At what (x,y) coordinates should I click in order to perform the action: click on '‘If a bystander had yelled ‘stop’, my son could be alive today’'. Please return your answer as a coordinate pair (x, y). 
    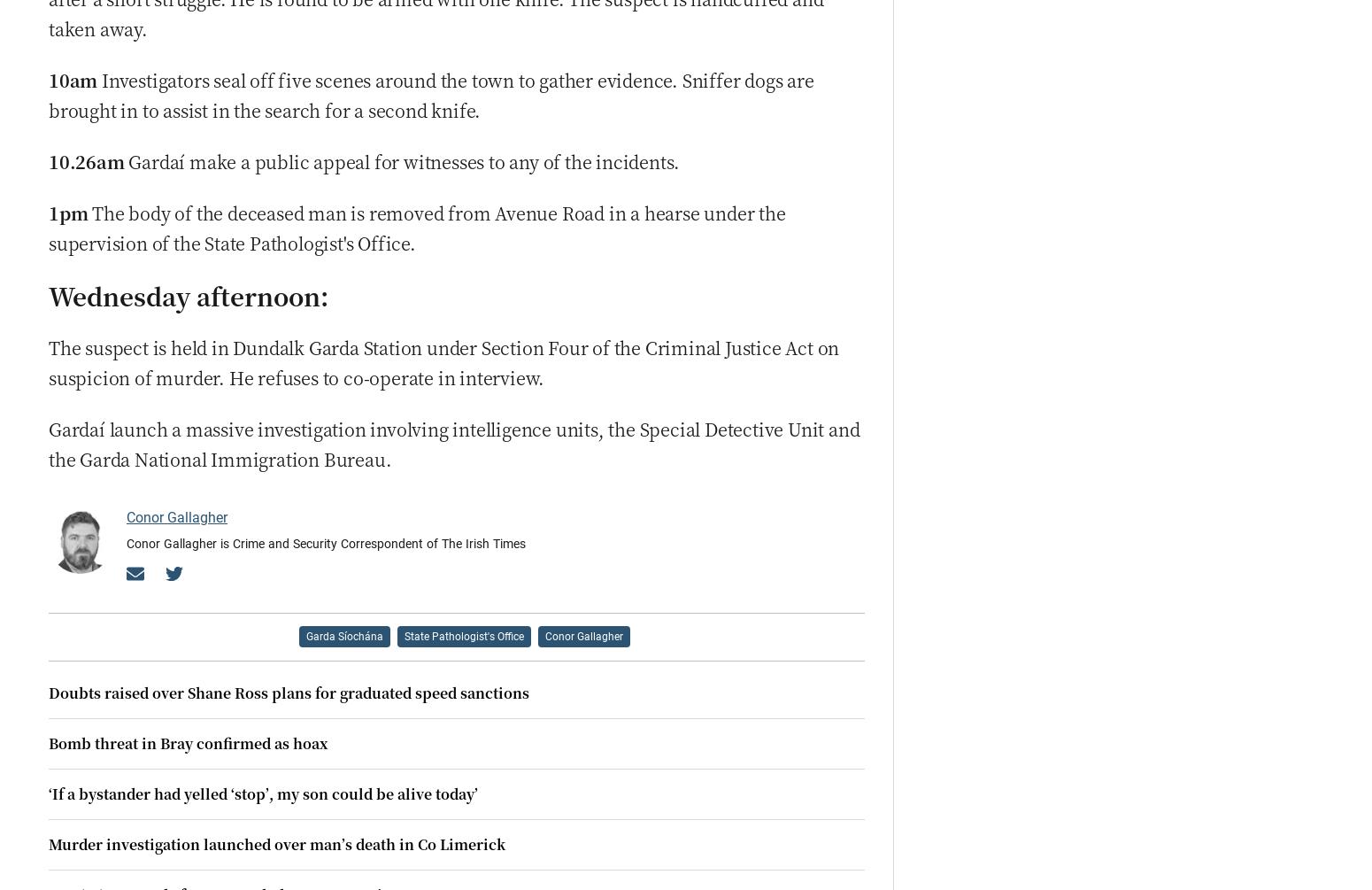
    Looking at the image, I should click on (263, 792).